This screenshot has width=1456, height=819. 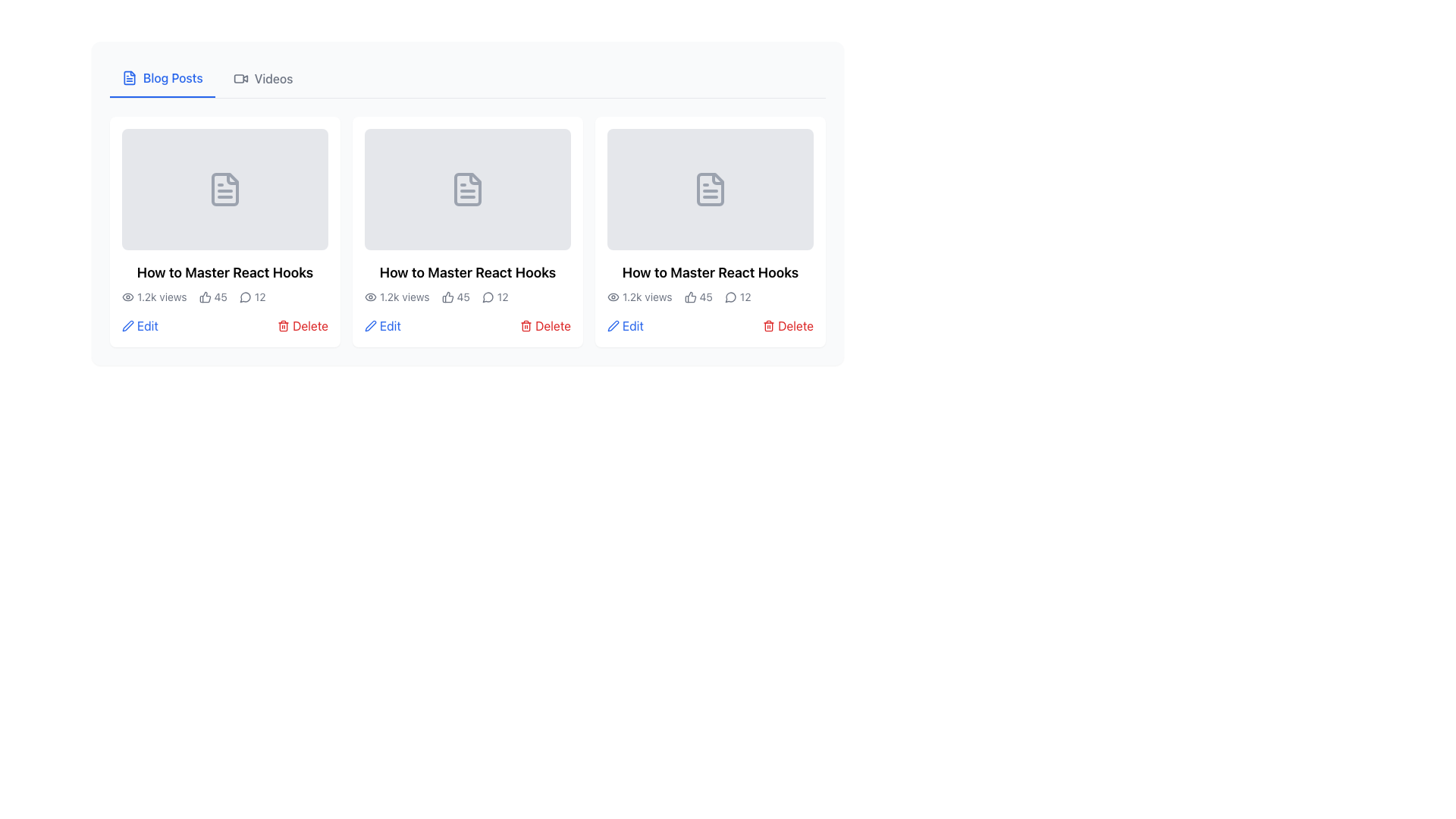 What do you see at coordinates (224, 189) in the screenshot?
I see `the Image placeholder located at the top-left position of the grid layout, which serves as a visual representation for the blog post titled 'How to Master React Hooks'` at bounding box center [224, 189].